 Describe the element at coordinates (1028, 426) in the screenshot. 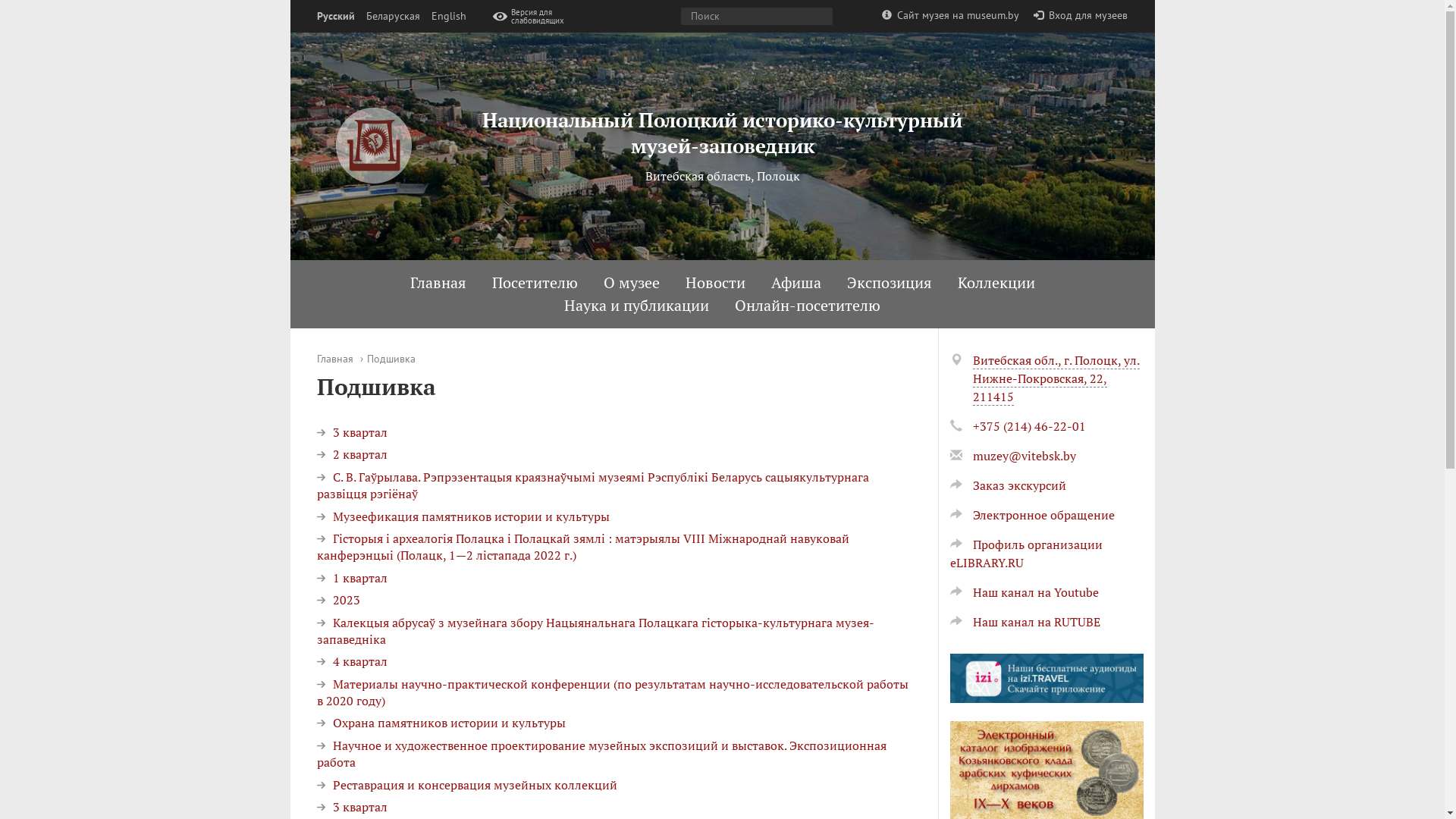

I see `'+375 (214) 46-22-01'` at that location.